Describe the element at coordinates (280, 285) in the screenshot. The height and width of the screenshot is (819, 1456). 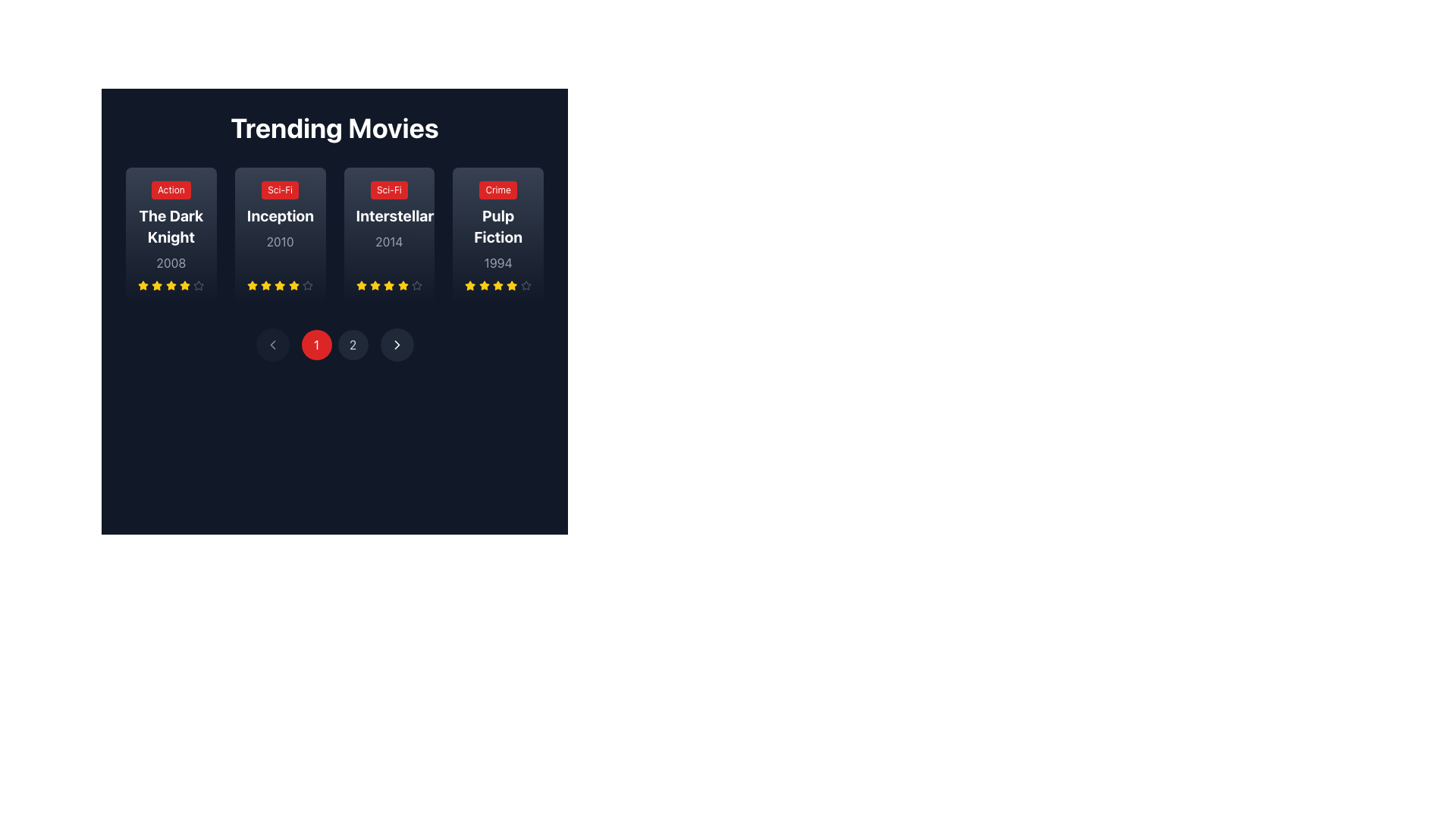
I see `the Rating indicator located under the 'Inception' movie card in the 'Trending Movies' section, which visually represents a 4/5 rating` at that location.